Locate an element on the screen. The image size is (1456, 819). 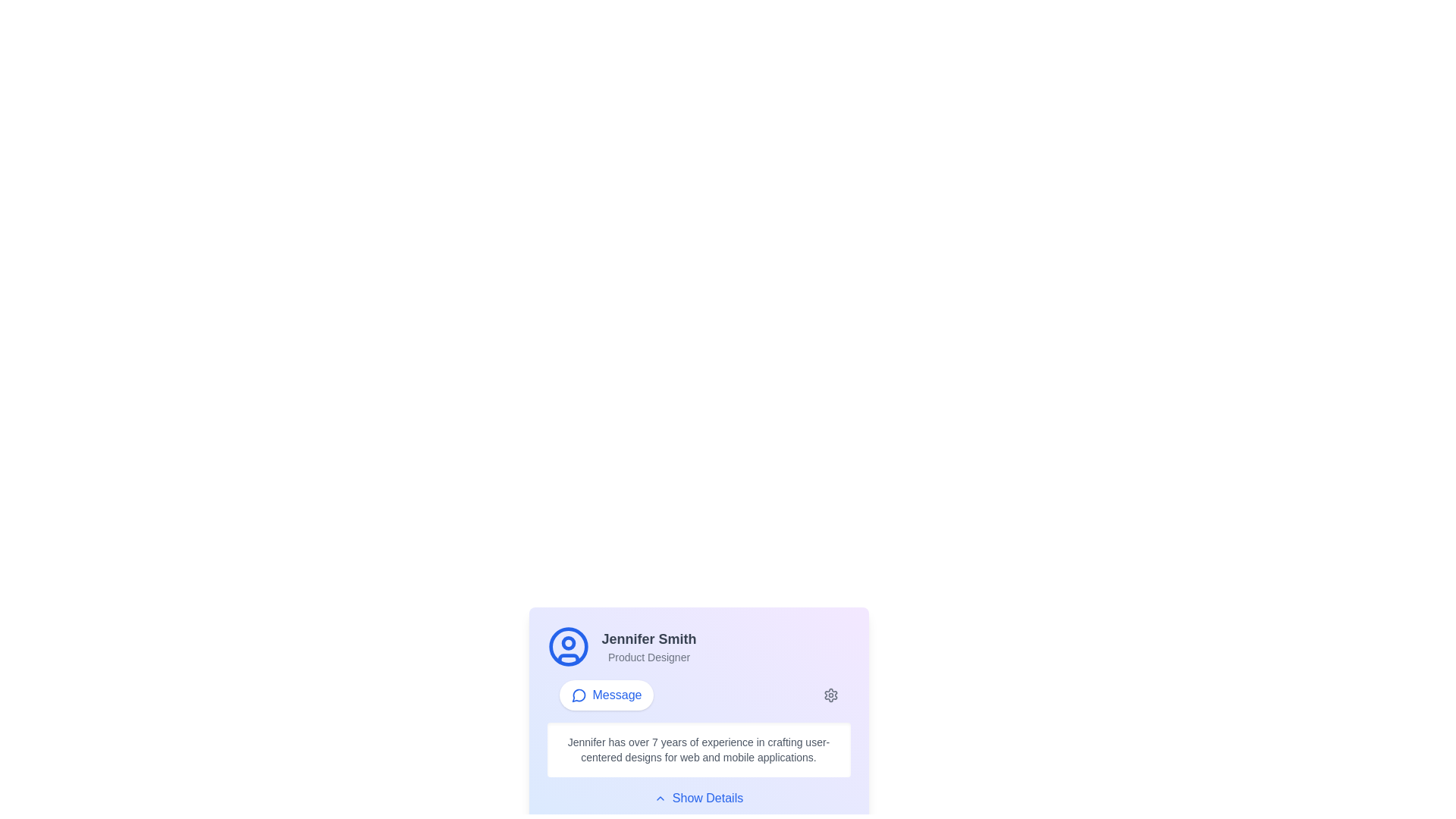
the Settings Icon, which is a cog or gear-like icon located in the bottom-right corner of the user profile card interface, next to a descriptive text block is located at coordinates (830, 695).